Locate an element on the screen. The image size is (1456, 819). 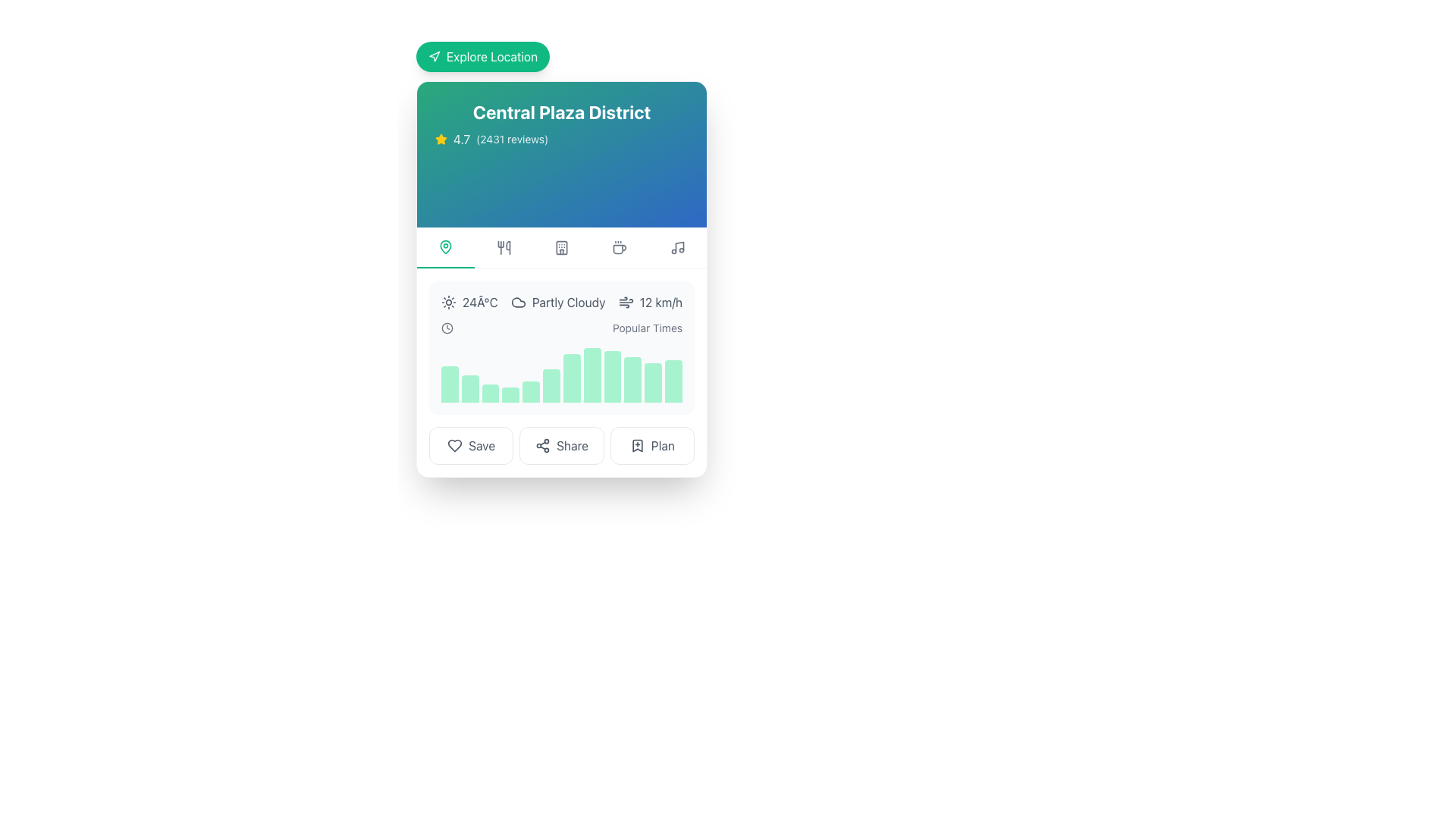
the second interactive icon button located centrally below the header 'Central Plaza District' is located at coordinates (504, 247).